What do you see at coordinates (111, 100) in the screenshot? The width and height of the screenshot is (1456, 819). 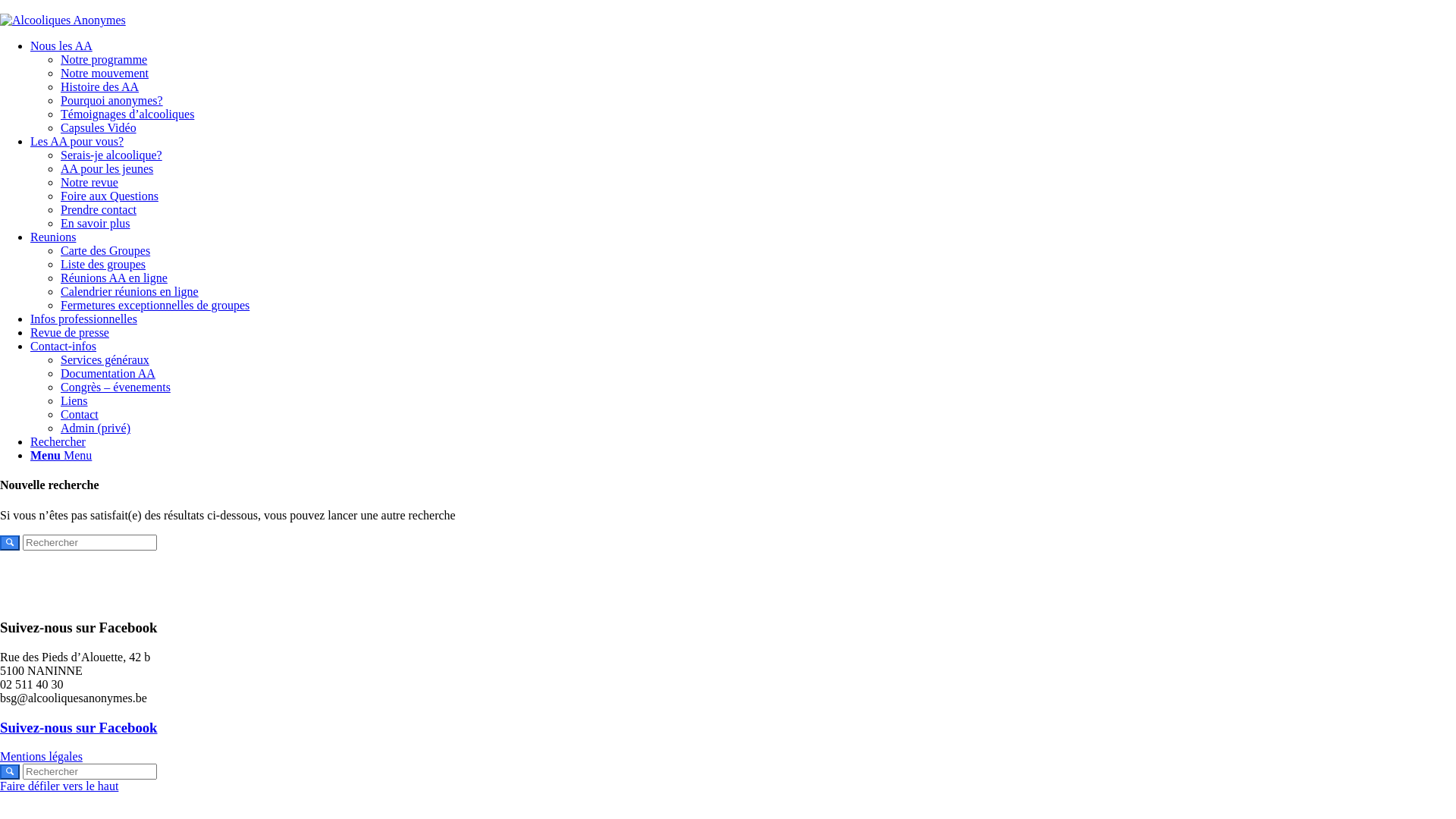 I see `'Pourquoi anonymes?'` at bounding box center [111, 100].